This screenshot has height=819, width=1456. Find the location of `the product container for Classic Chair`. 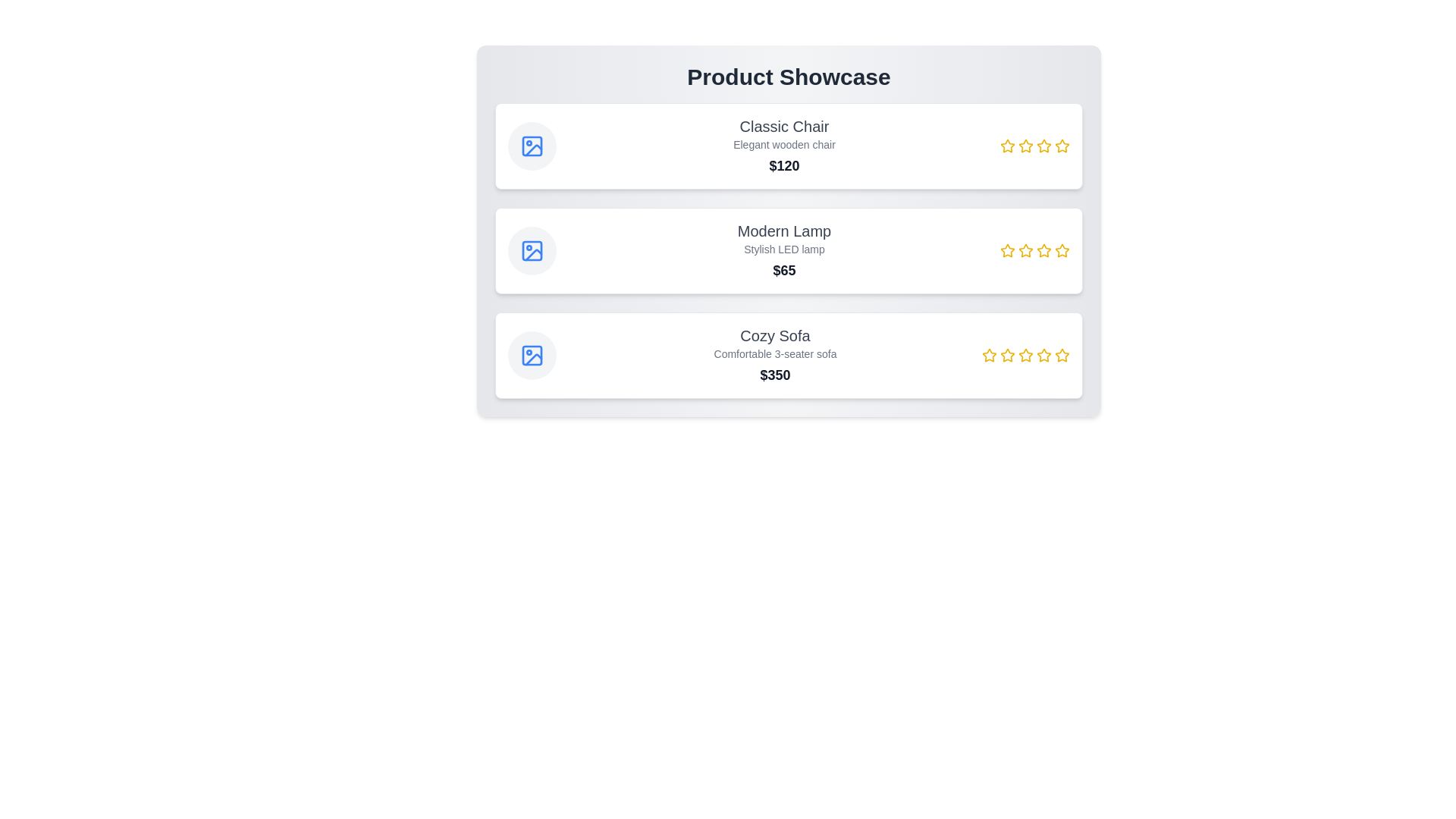

the product container for Classic Chair is located at coordinates (789, 146).